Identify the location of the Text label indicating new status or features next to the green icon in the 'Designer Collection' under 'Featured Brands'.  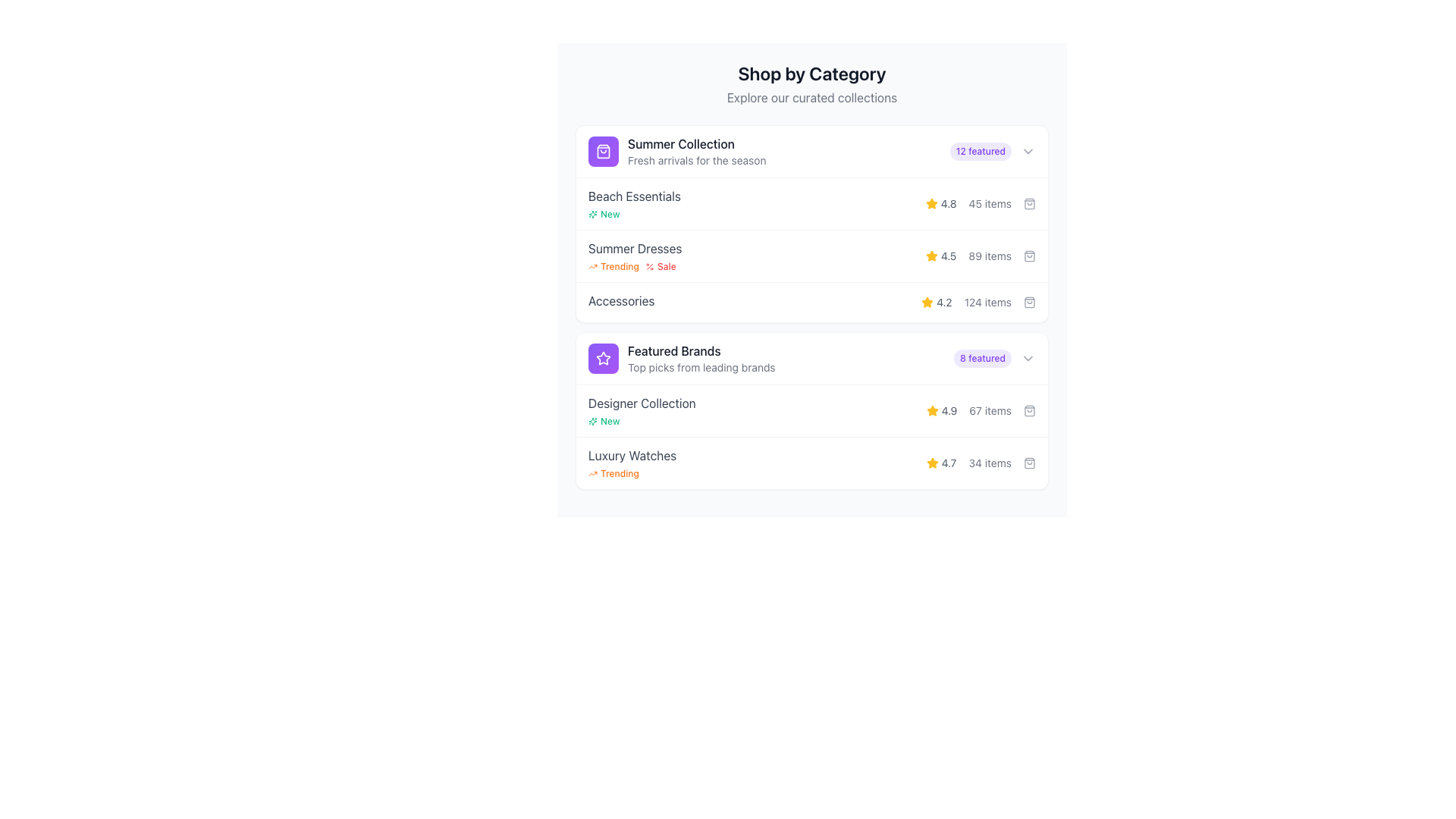
(610, 421).